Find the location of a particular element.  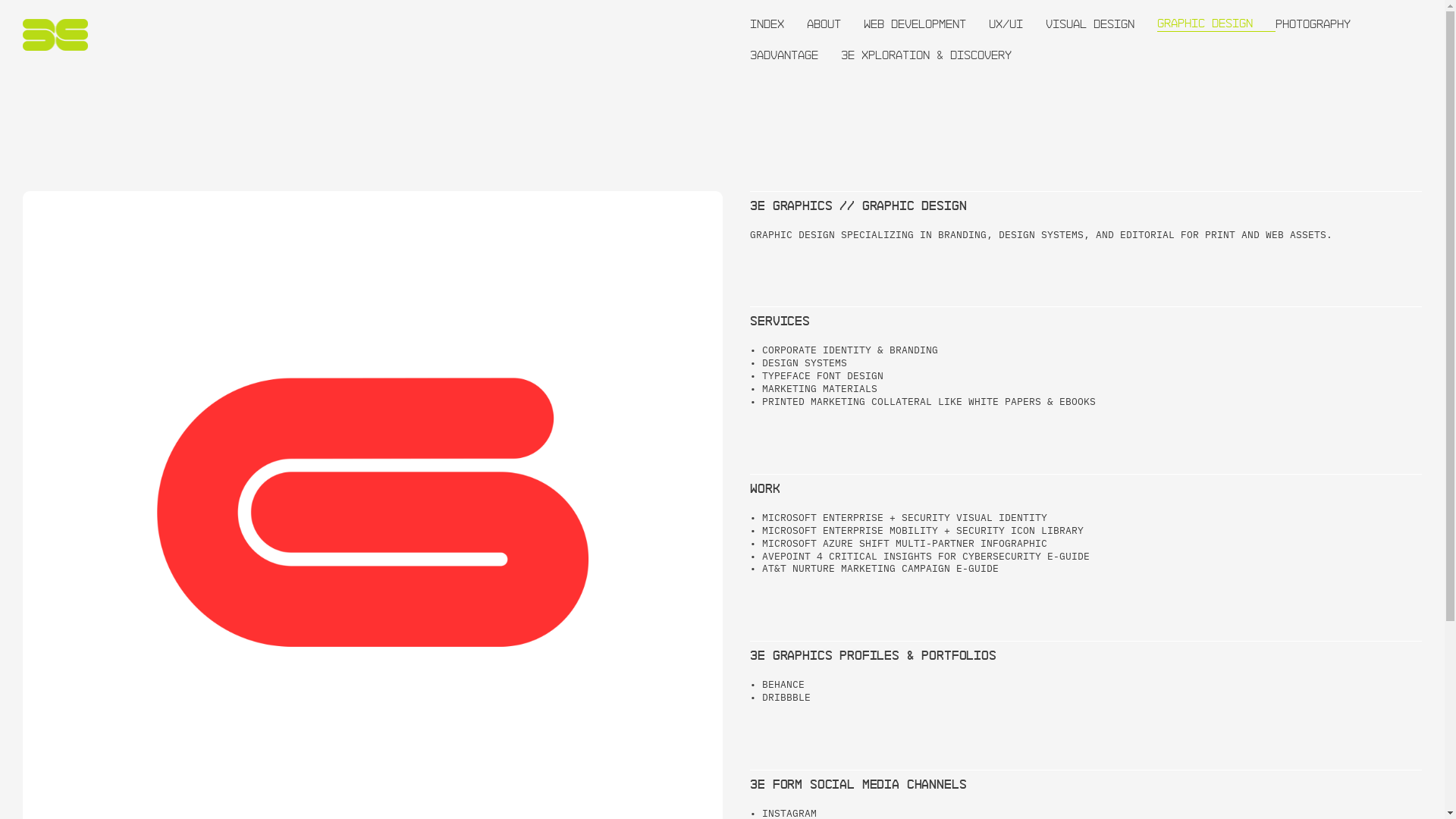

'WEB DEVELOPMENT' is located at coordinates (925, 15).